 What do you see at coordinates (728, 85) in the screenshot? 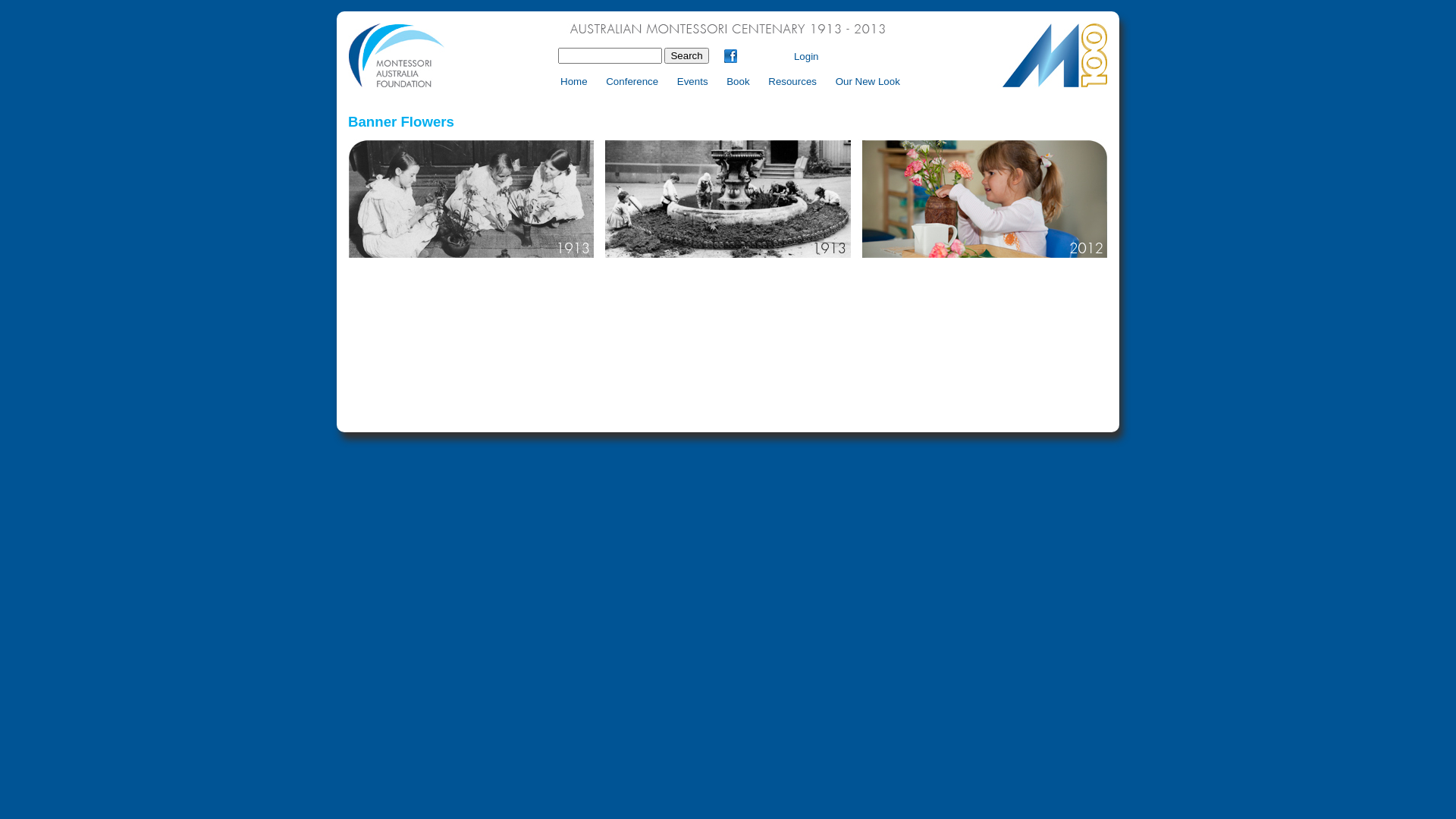
I see `'Home'` at bounding box center [728, 85].